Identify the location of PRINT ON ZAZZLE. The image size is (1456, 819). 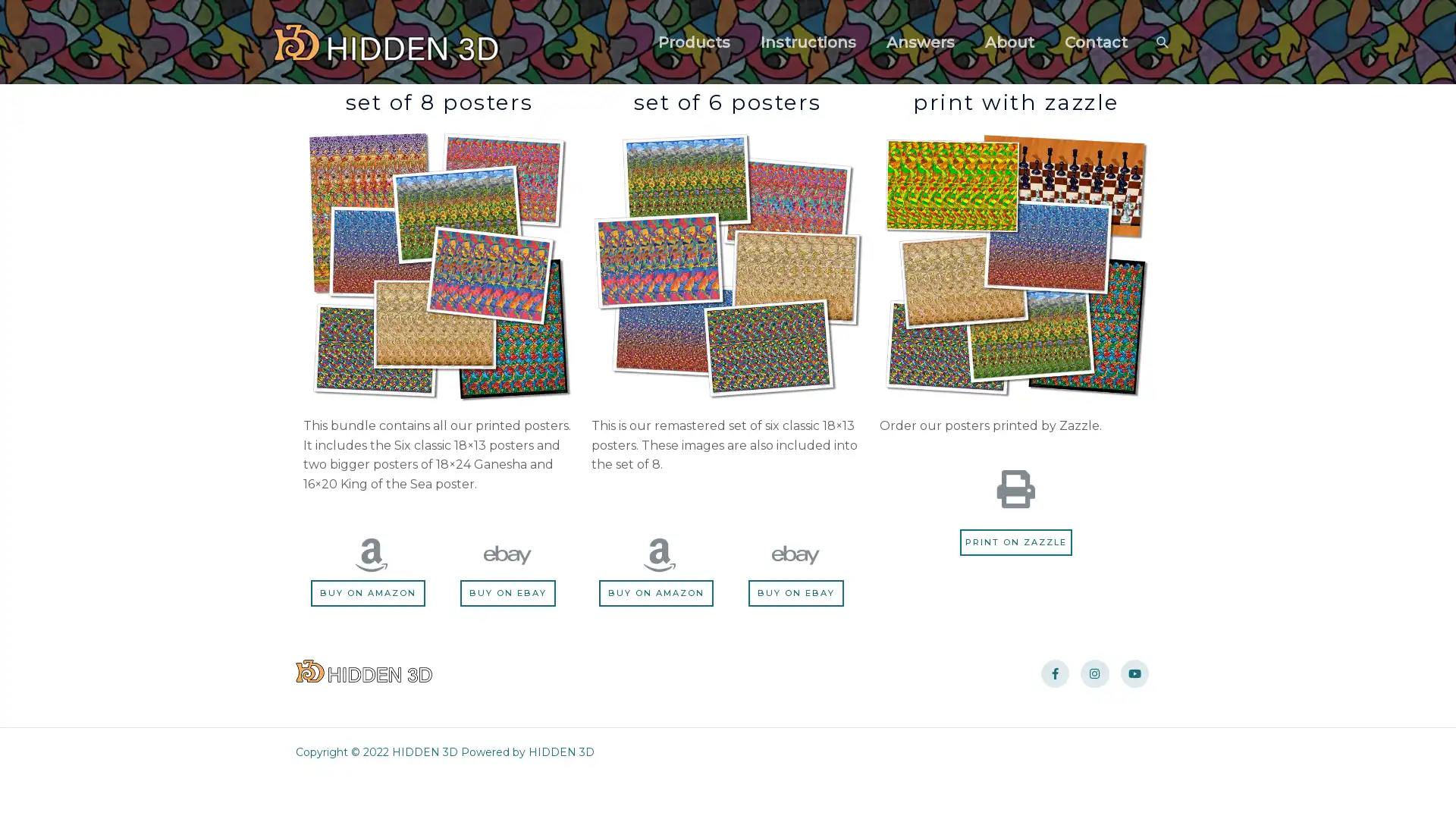
(1015, 541).